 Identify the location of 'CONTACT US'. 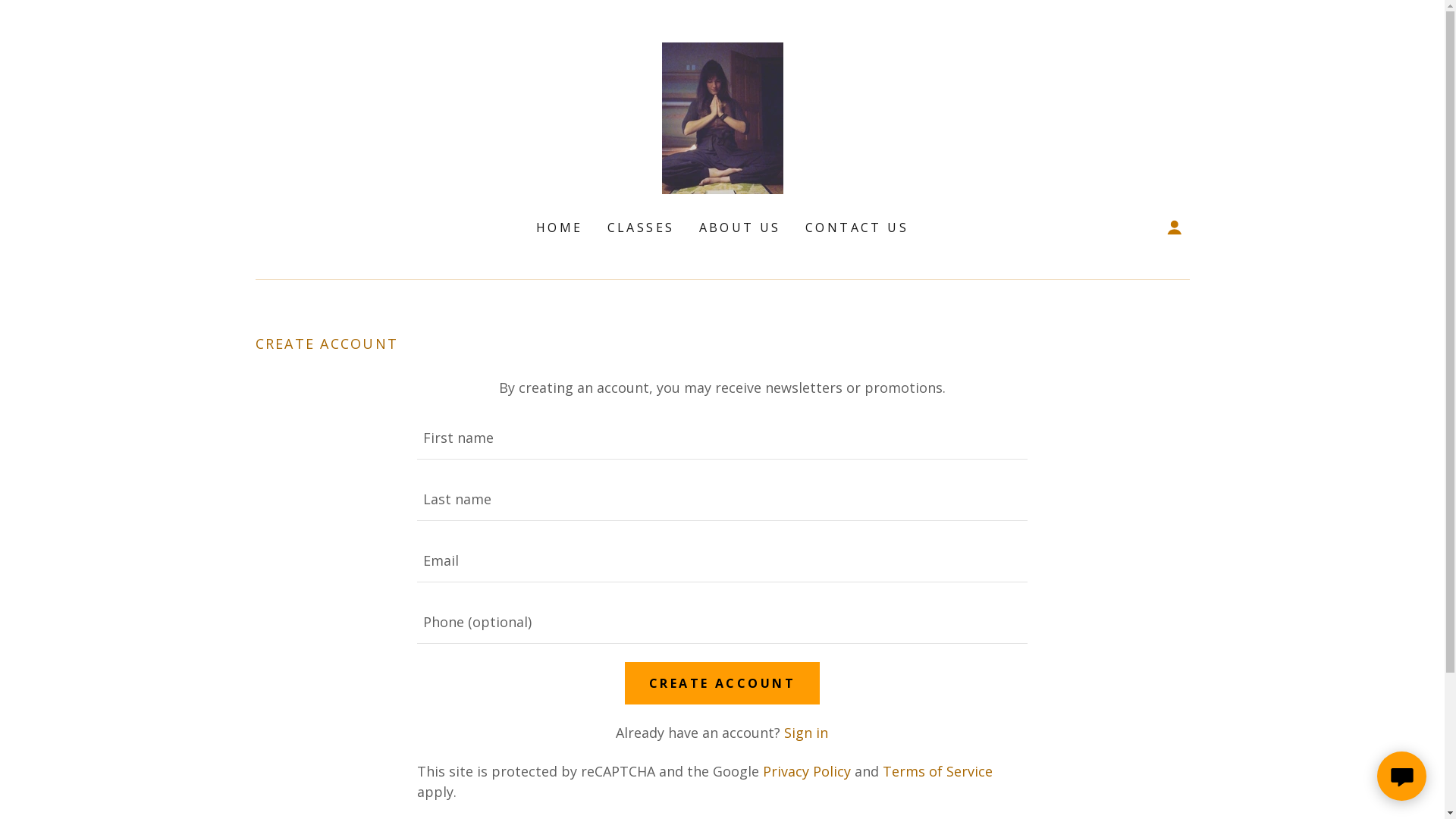
(856, 227).